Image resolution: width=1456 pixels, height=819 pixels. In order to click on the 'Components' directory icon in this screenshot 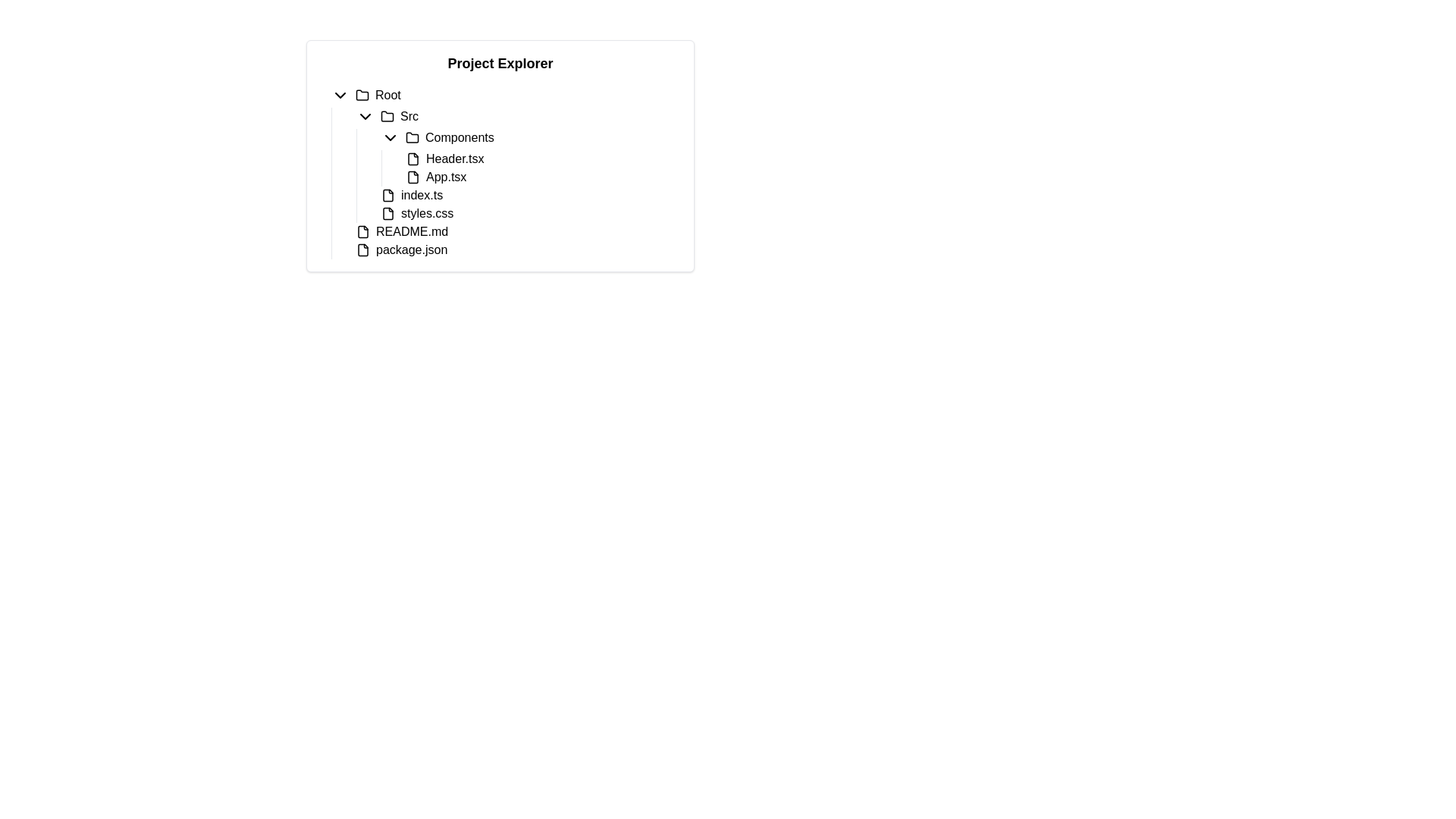, I will do `click(412, 137)`.